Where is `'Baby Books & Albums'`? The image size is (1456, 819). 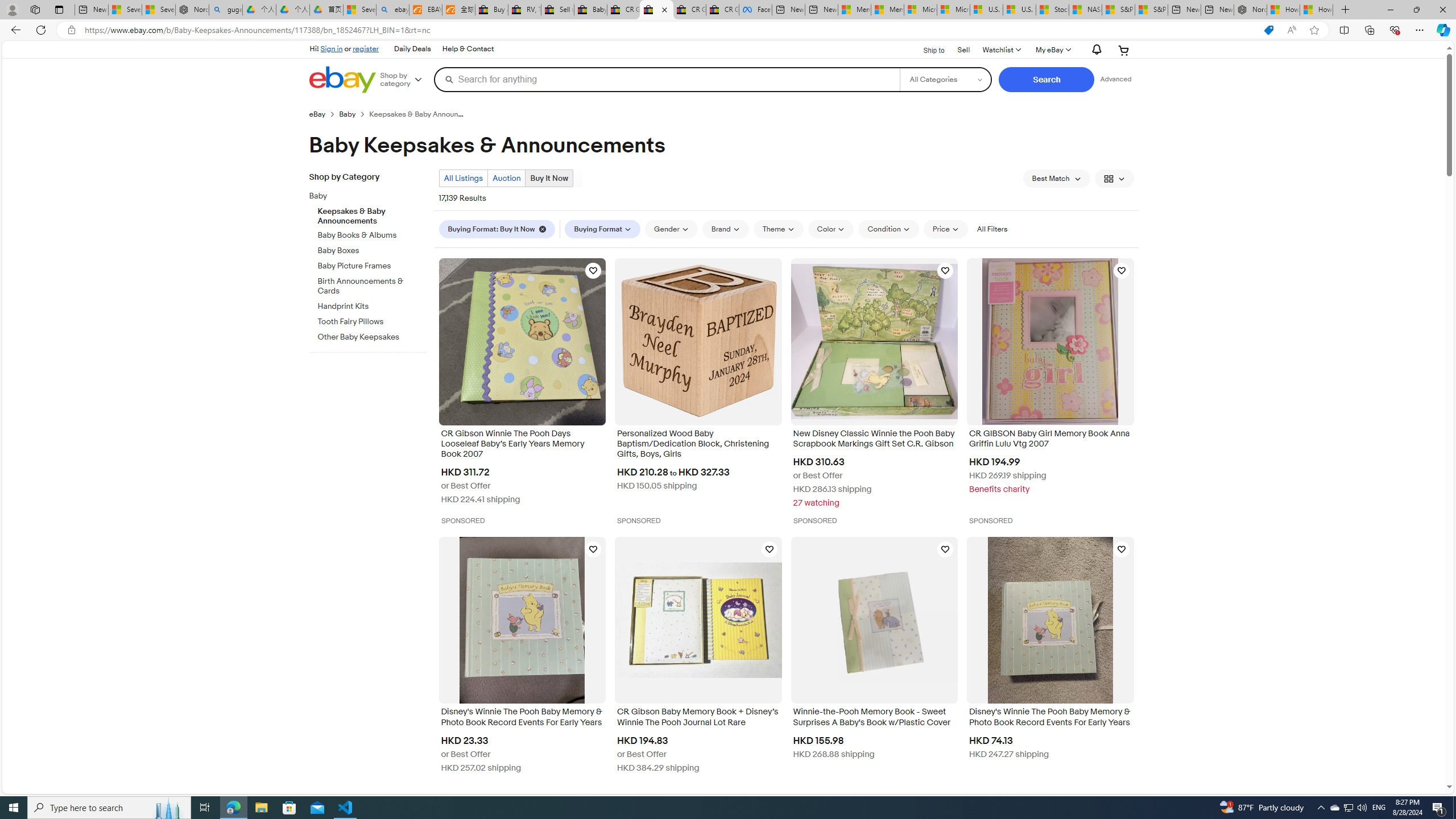
'Baby Books & Albums' is located at coordinates (371, 235).